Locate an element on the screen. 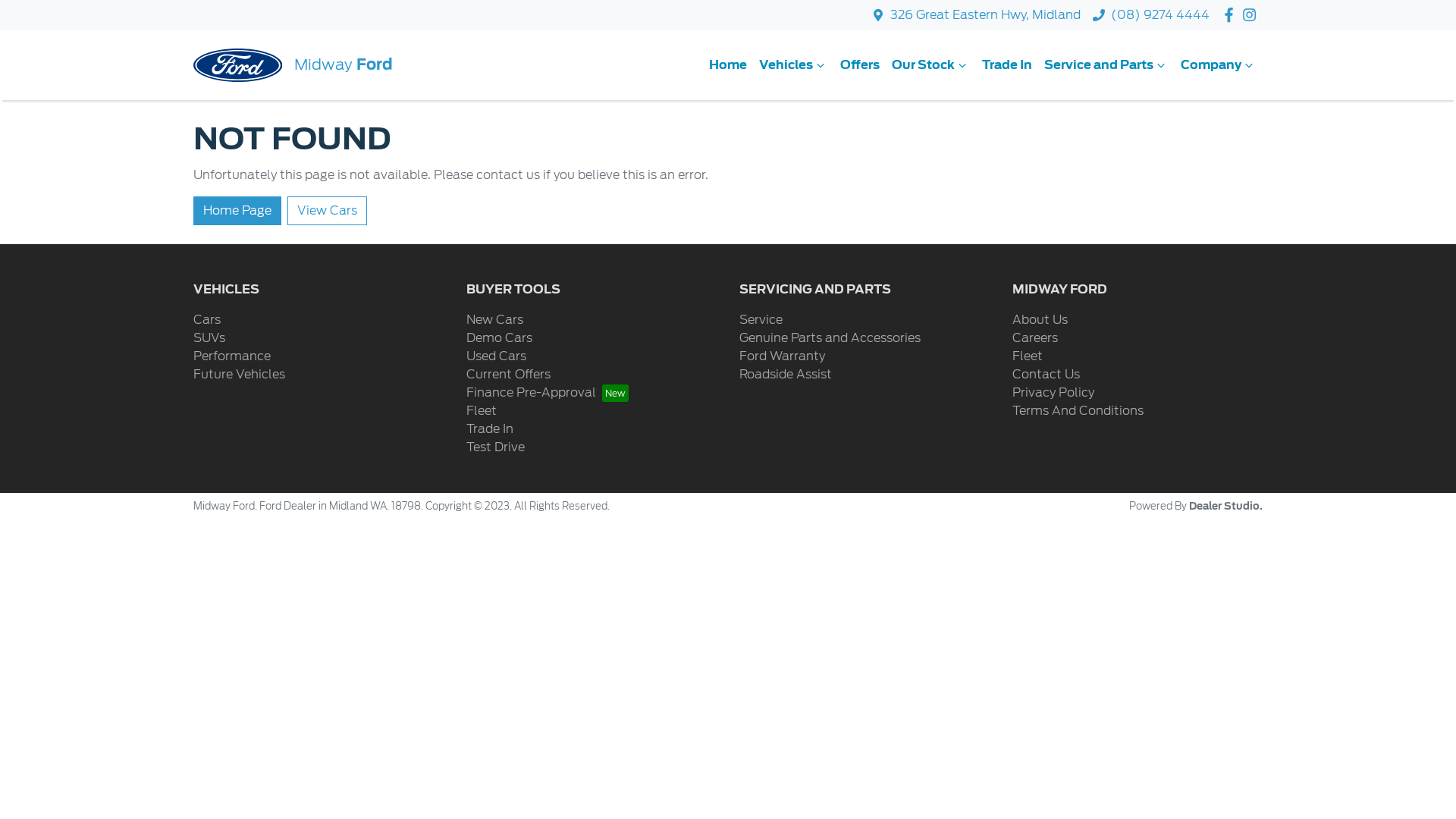  'About Us' is located at coordinates (1039, 318).